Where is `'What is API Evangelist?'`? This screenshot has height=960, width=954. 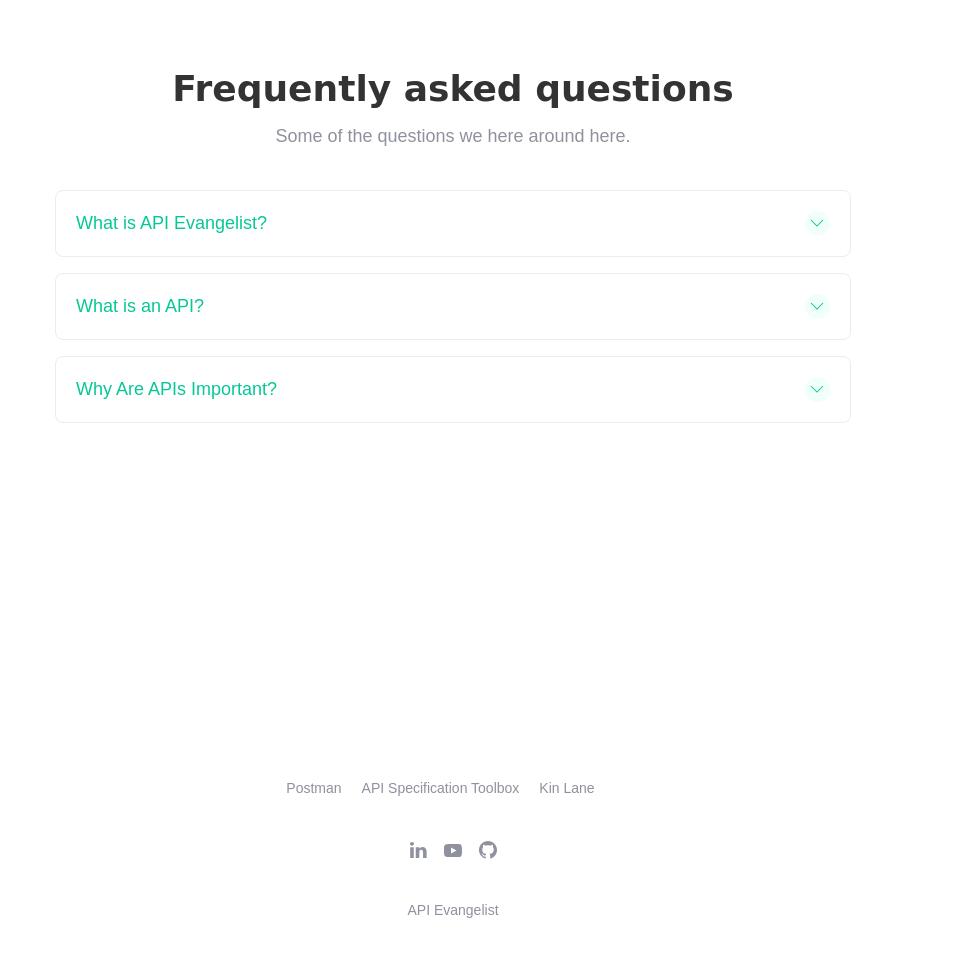 'What is API Evangelist?' is located at coordinates (170, 222).